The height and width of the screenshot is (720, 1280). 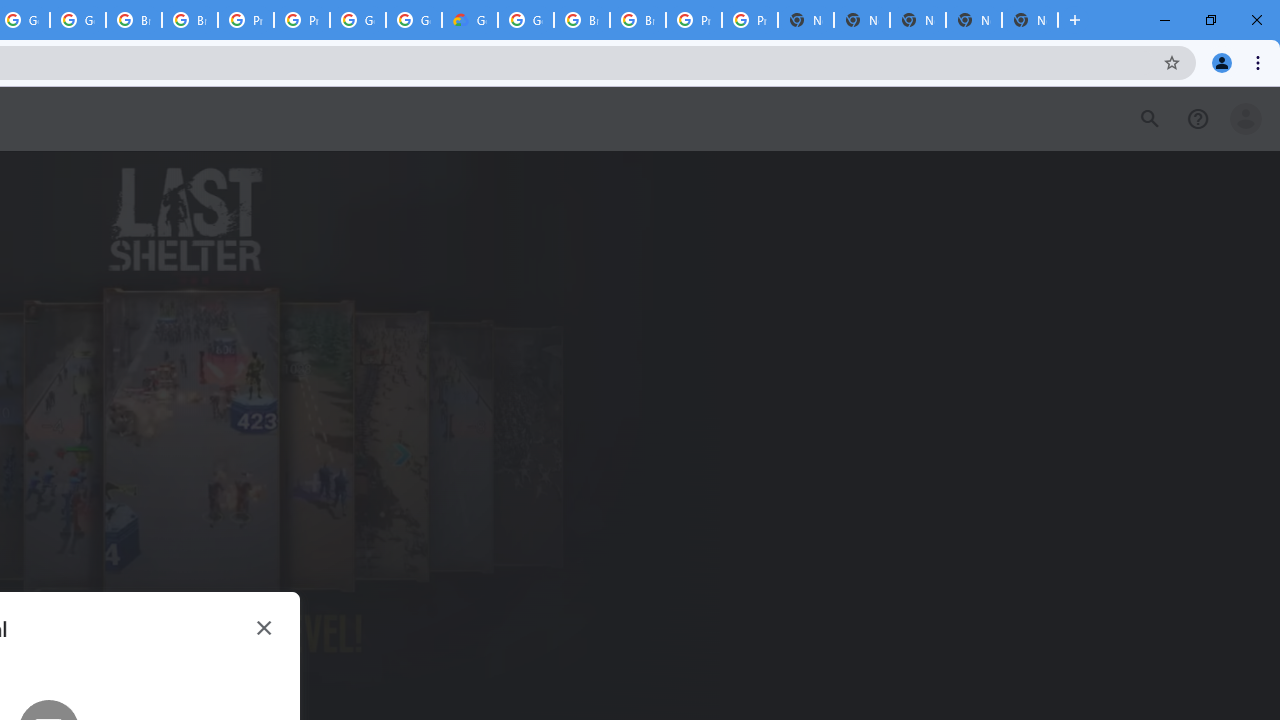 What do you see at coordinates (637, 20) in the screenshot?
I see `'Browse Chrome as a guest - Computer - Google Chrome Help'` at bounding box center [637, 20].